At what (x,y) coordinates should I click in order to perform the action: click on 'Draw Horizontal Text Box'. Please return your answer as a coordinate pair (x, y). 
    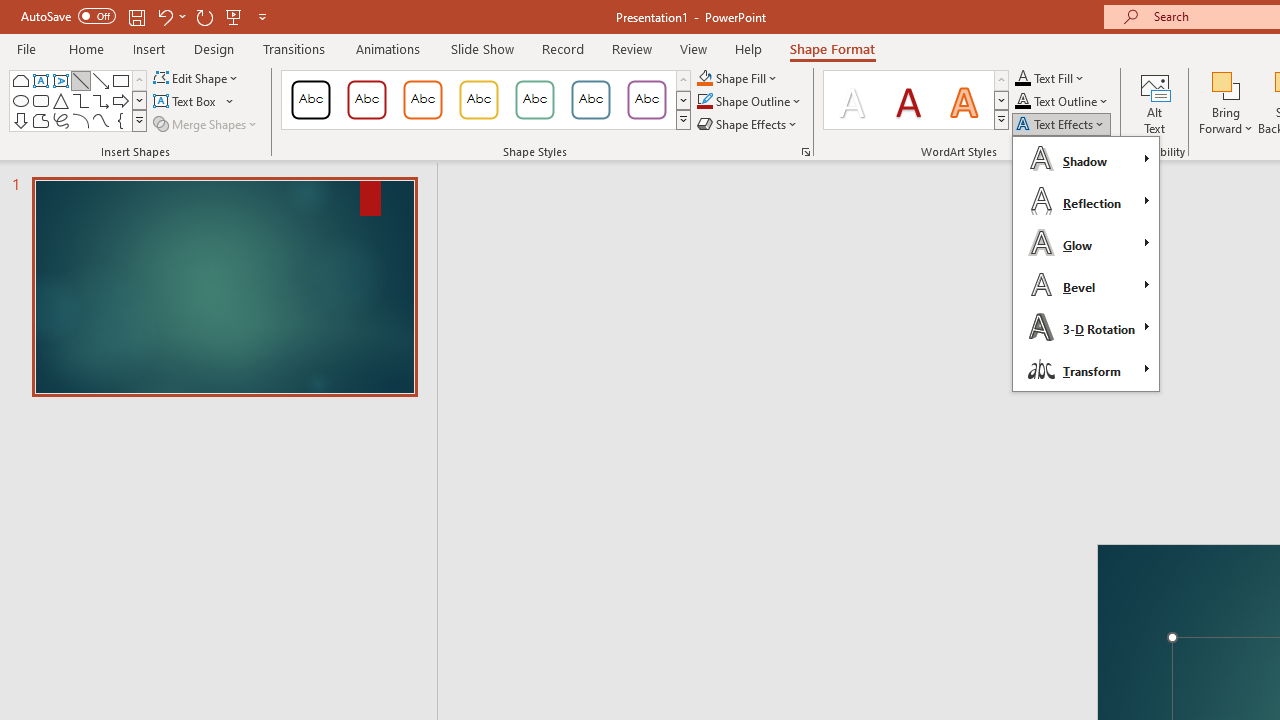
    Looking at the image, I should click on (186, 101).